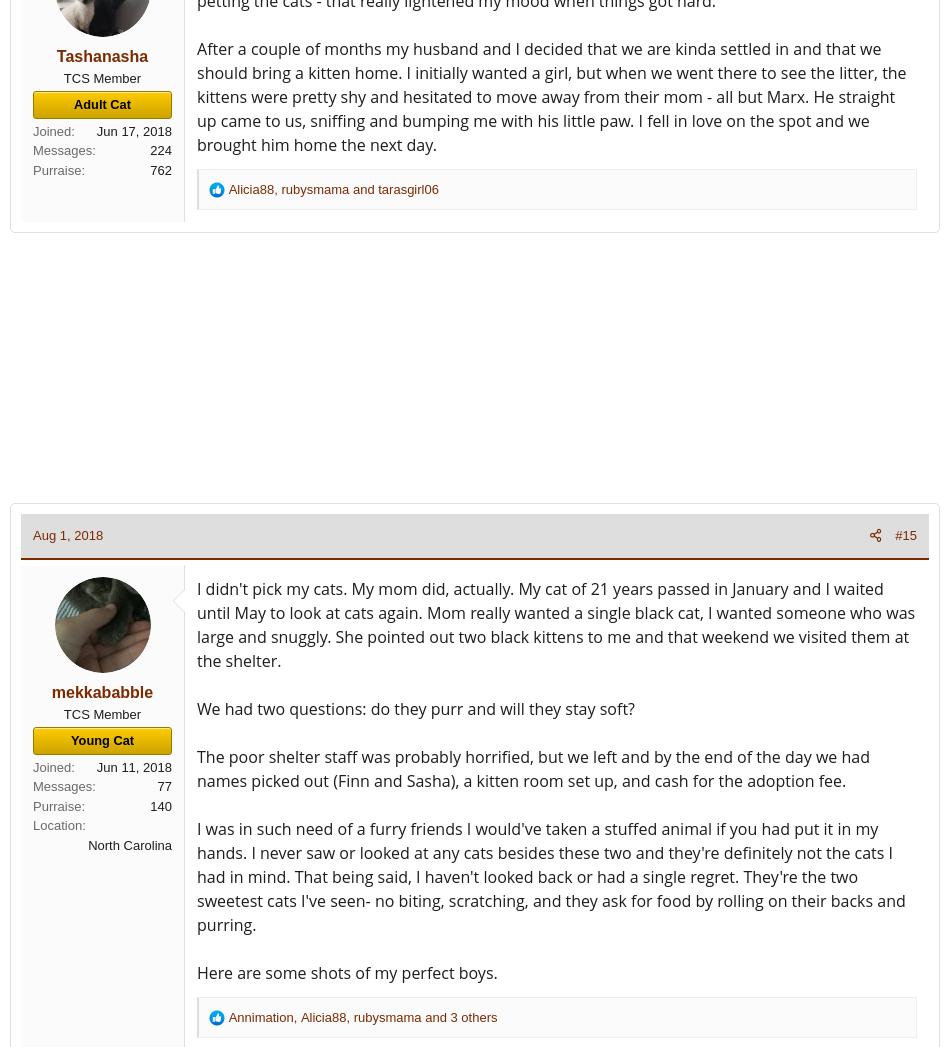 Image resolution: width=950 pixels, height=1047 pixels. Describe the element at coordinates (377, 188) in the screenshot. I see `'tarasgirl06'` at that location.